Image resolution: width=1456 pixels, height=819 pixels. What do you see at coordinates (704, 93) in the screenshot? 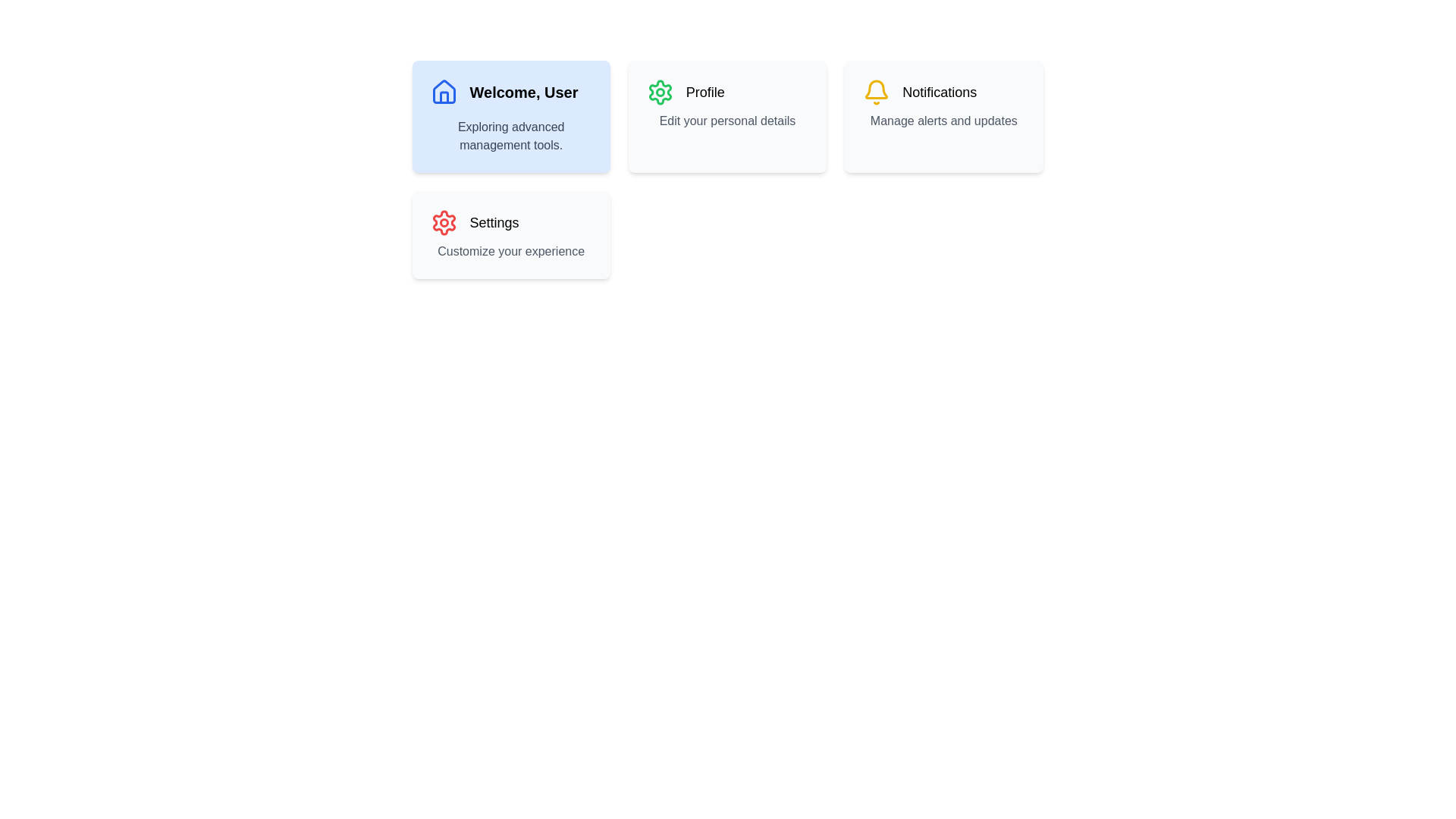
I see `the 'Profile' text label, which is styled in a large, bold font and positioned next to the green gear icon in the upper section of the interface` at bounding box center [704, 93].